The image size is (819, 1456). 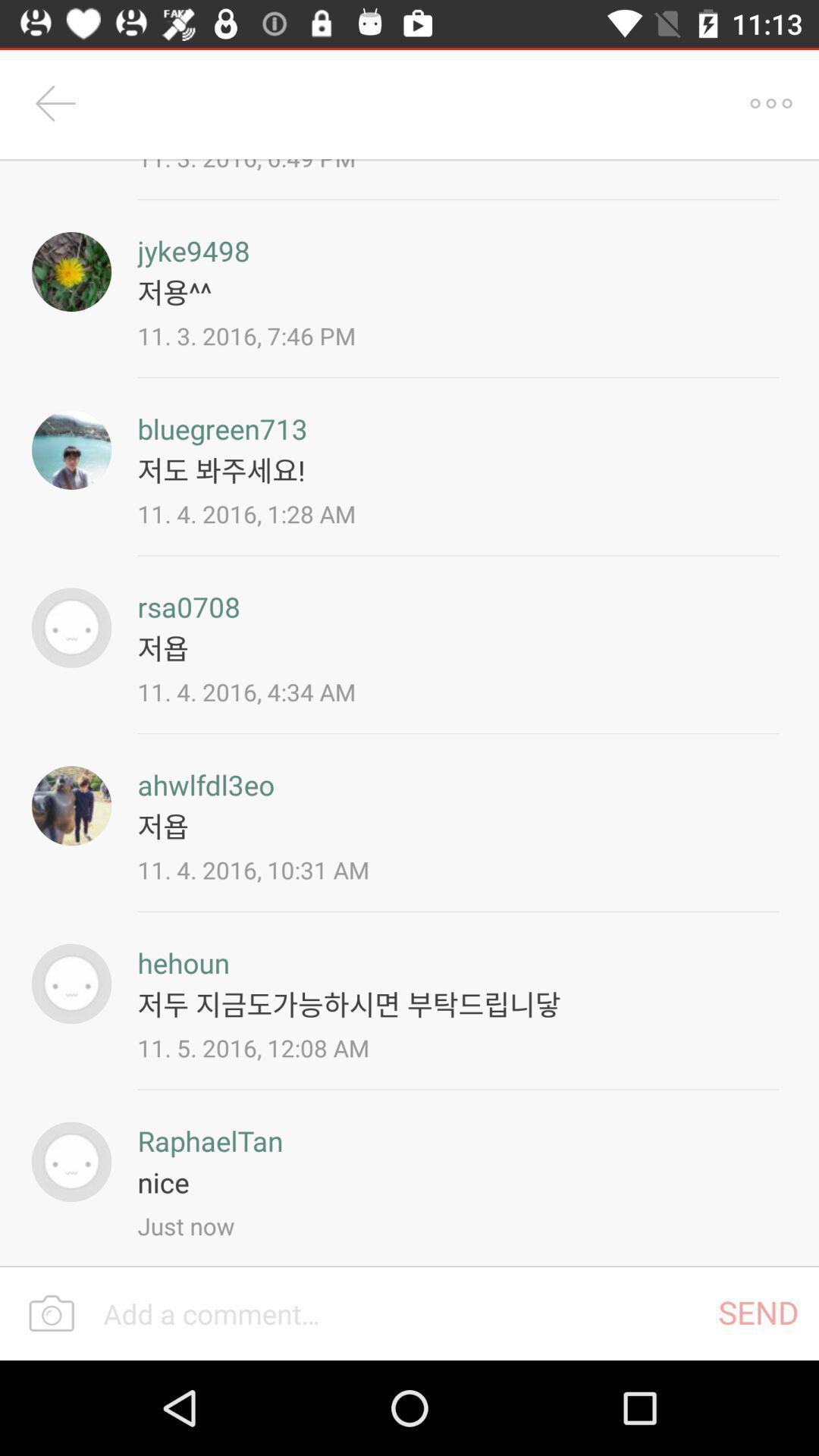 I want to click on profile symbol, so click(x=71, y=805).